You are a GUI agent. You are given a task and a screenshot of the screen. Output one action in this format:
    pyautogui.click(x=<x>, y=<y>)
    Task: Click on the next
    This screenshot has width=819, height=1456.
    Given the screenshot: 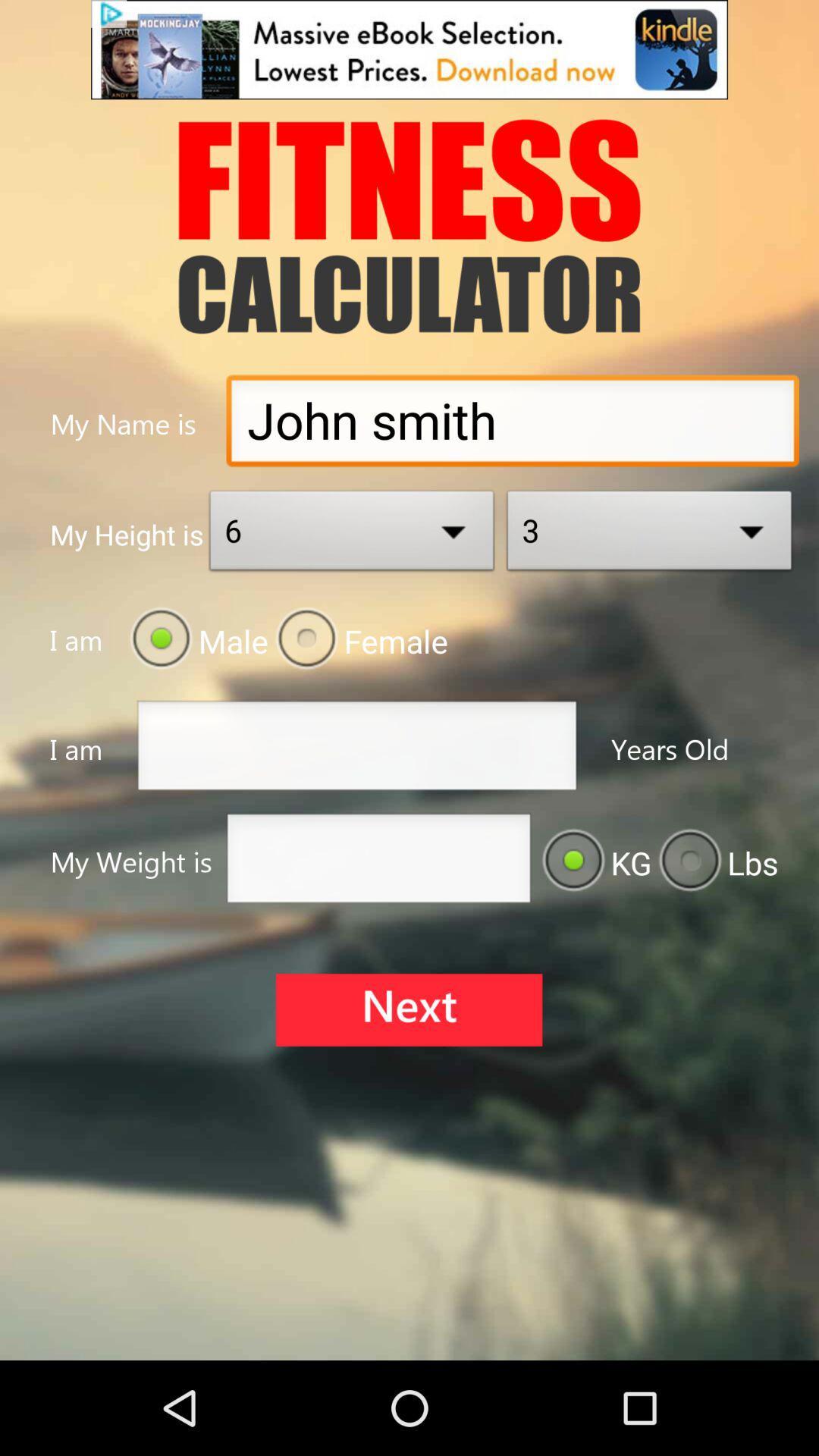 What is the action you would take?
    pyautogui.click(x=408, y=1009)
    